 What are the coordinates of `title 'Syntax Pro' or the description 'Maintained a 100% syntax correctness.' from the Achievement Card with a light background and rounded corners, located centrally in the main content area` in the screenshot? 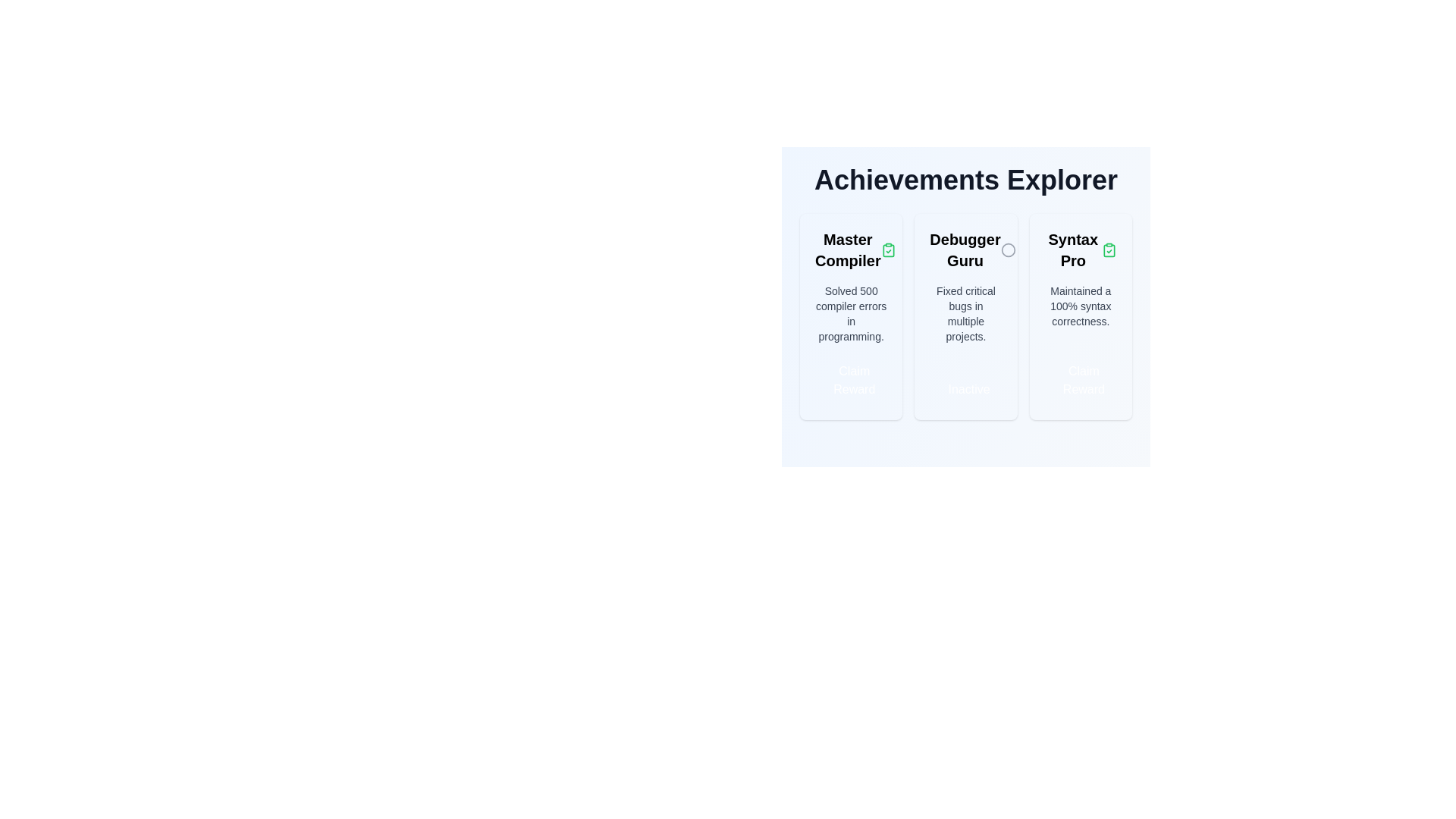 It's located at (1080, 315).